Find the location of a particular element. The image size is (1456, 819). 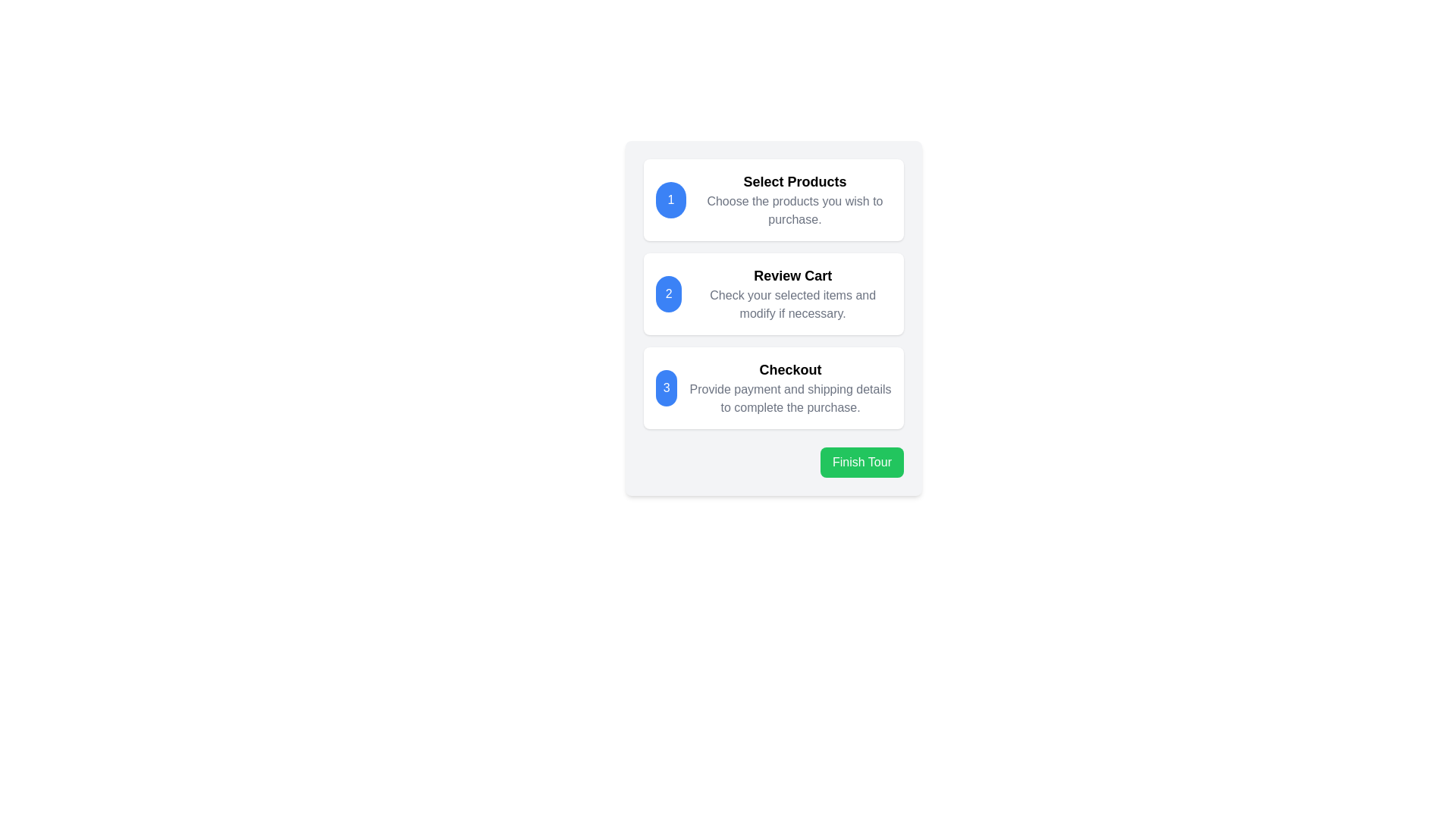

the List with items (steps) and supplementary description that guides users through the online purchase journey, including steps like 'Select Products,' 'Review Cart,' and 'Checkout.' is located at coordinates (773, 318).